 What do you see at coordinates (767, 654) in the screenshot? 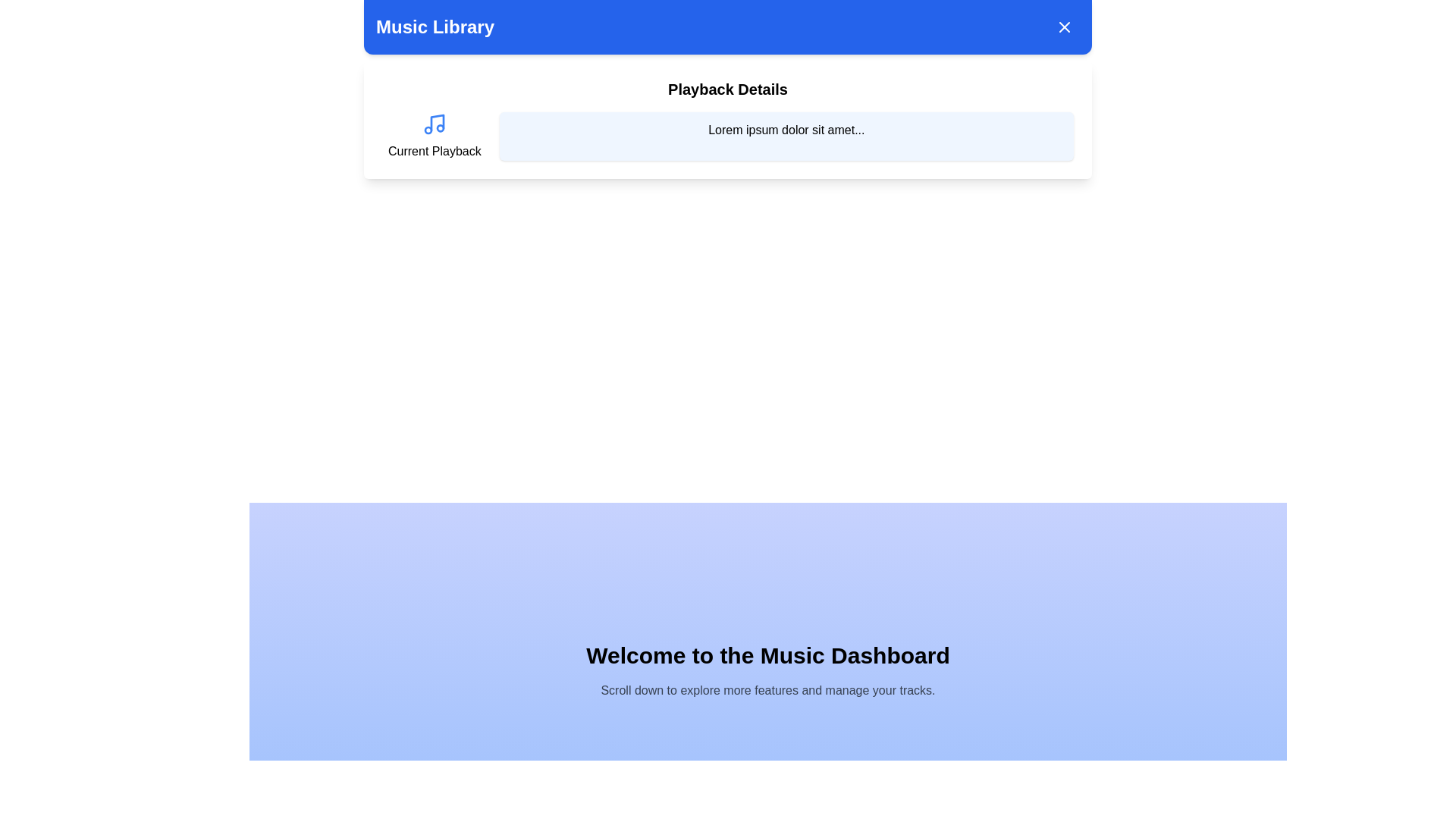
I see `the bold headline 'Welcome to the Music Dashboard' which is prominently displayed in large font against a blue background` at bounding box center [767, 654].